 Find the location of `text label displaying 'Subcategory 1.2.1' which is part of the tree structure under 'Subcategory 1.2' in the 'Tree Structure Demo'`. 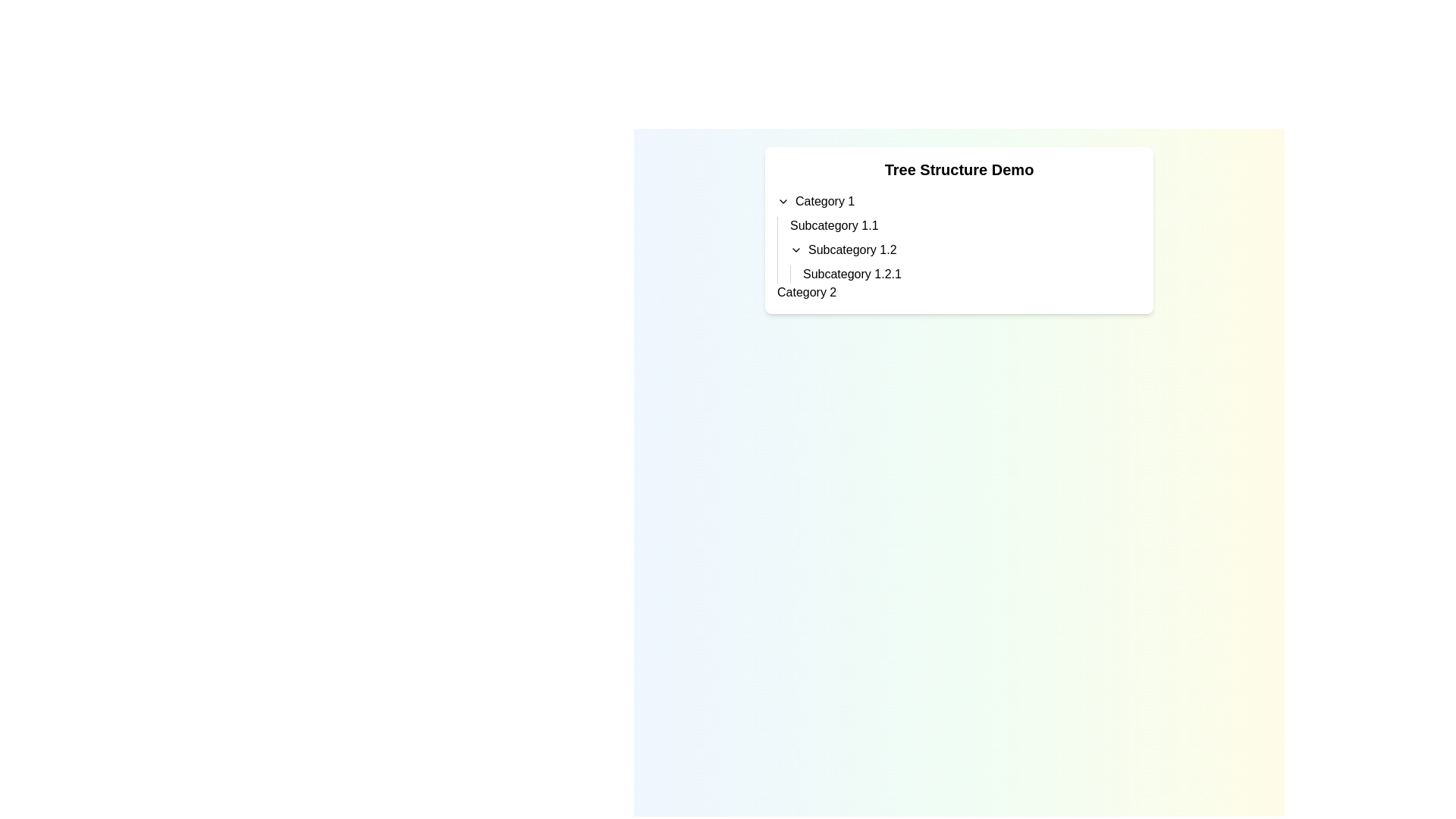

text label displaying 'Subcategory 1.2.1' which is part of the tree structure under 'Subcategory 1.2' in the 'Tree Structure Demo' is located at coordinates (852, 275).